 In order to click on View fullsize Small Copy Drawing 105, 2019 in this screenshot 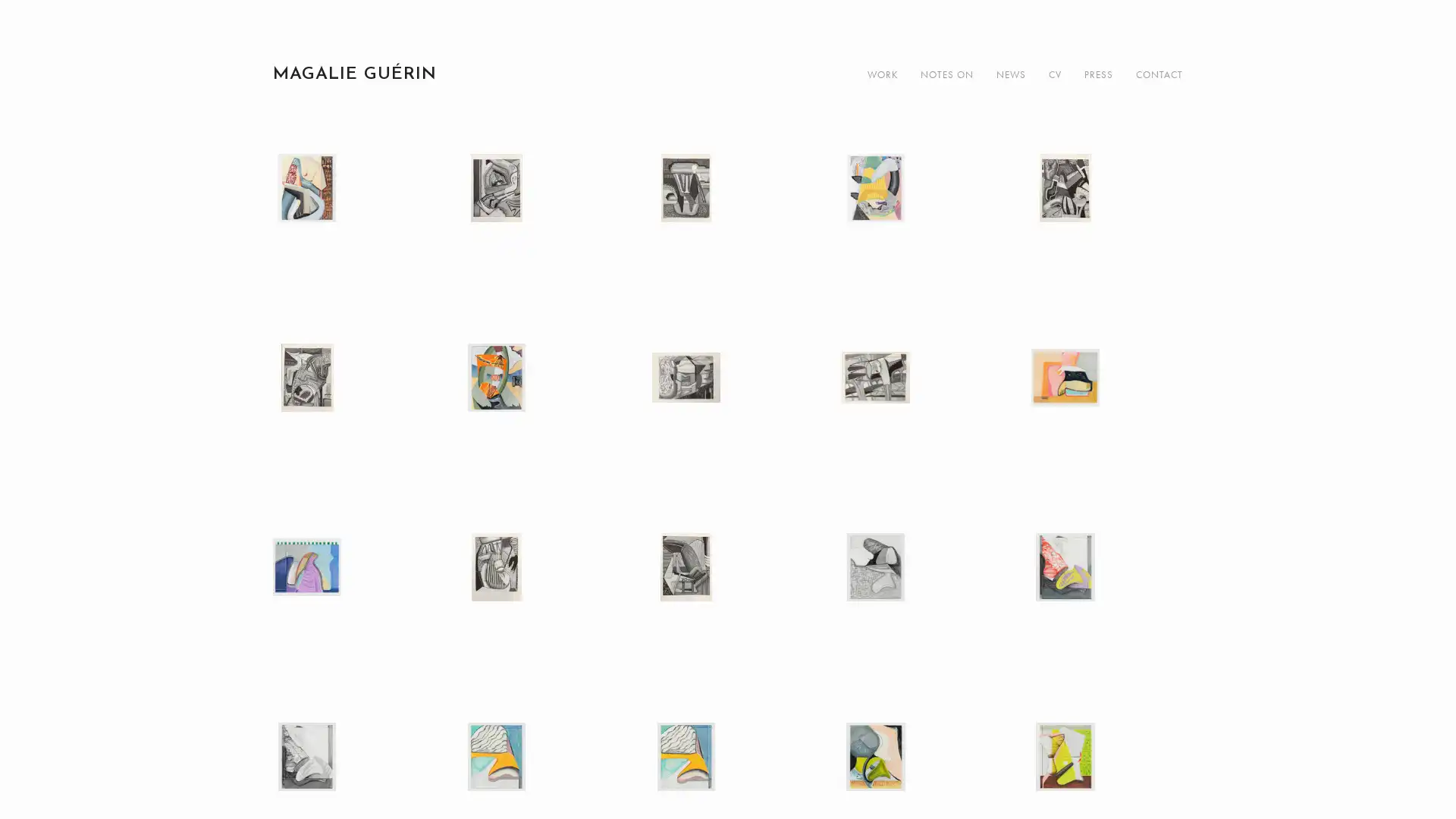, I will do `click(728, 419)`.